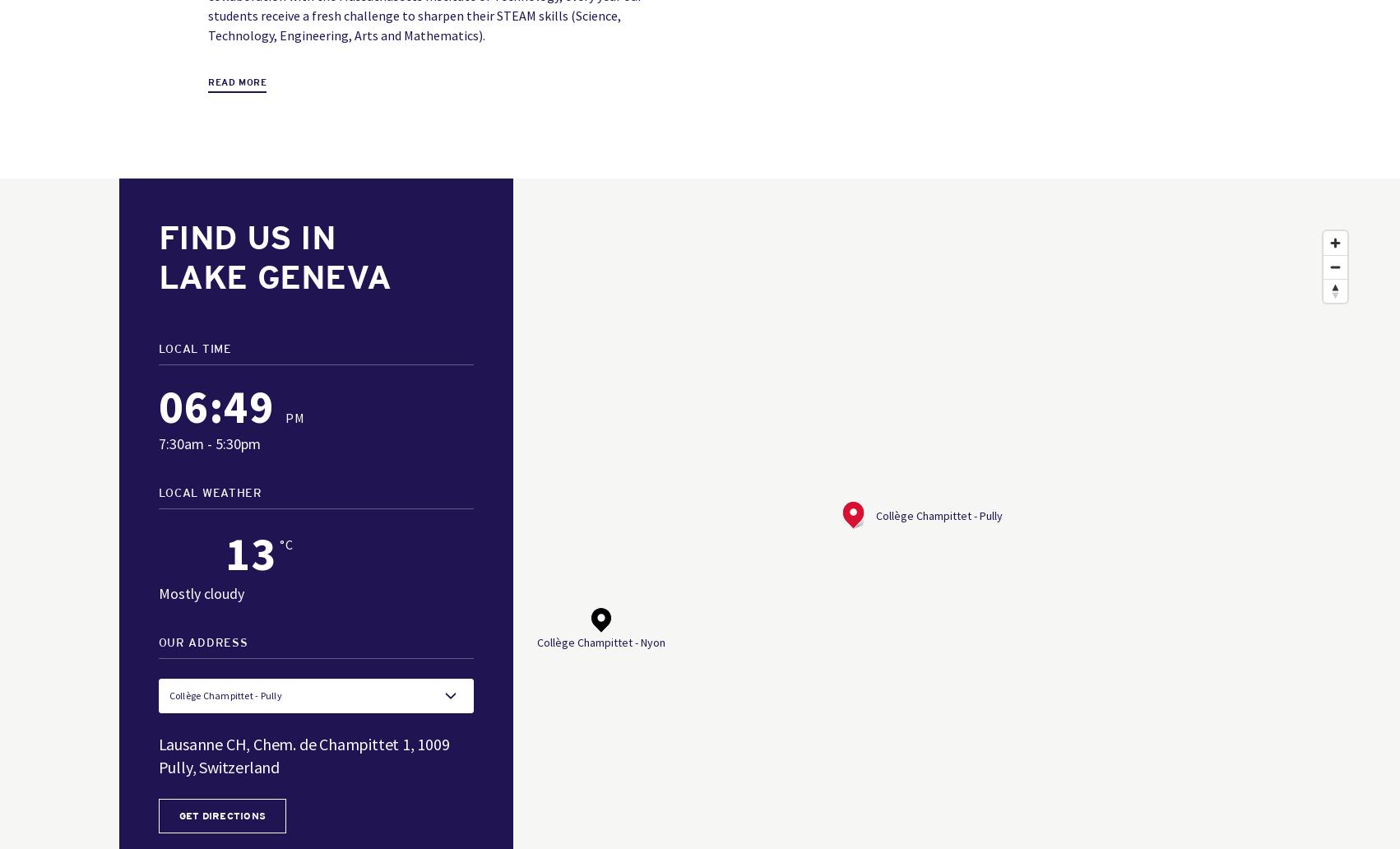 The height and width of the screenshot is (849, 1400). I want to click on 'read more', so click(206, 82).